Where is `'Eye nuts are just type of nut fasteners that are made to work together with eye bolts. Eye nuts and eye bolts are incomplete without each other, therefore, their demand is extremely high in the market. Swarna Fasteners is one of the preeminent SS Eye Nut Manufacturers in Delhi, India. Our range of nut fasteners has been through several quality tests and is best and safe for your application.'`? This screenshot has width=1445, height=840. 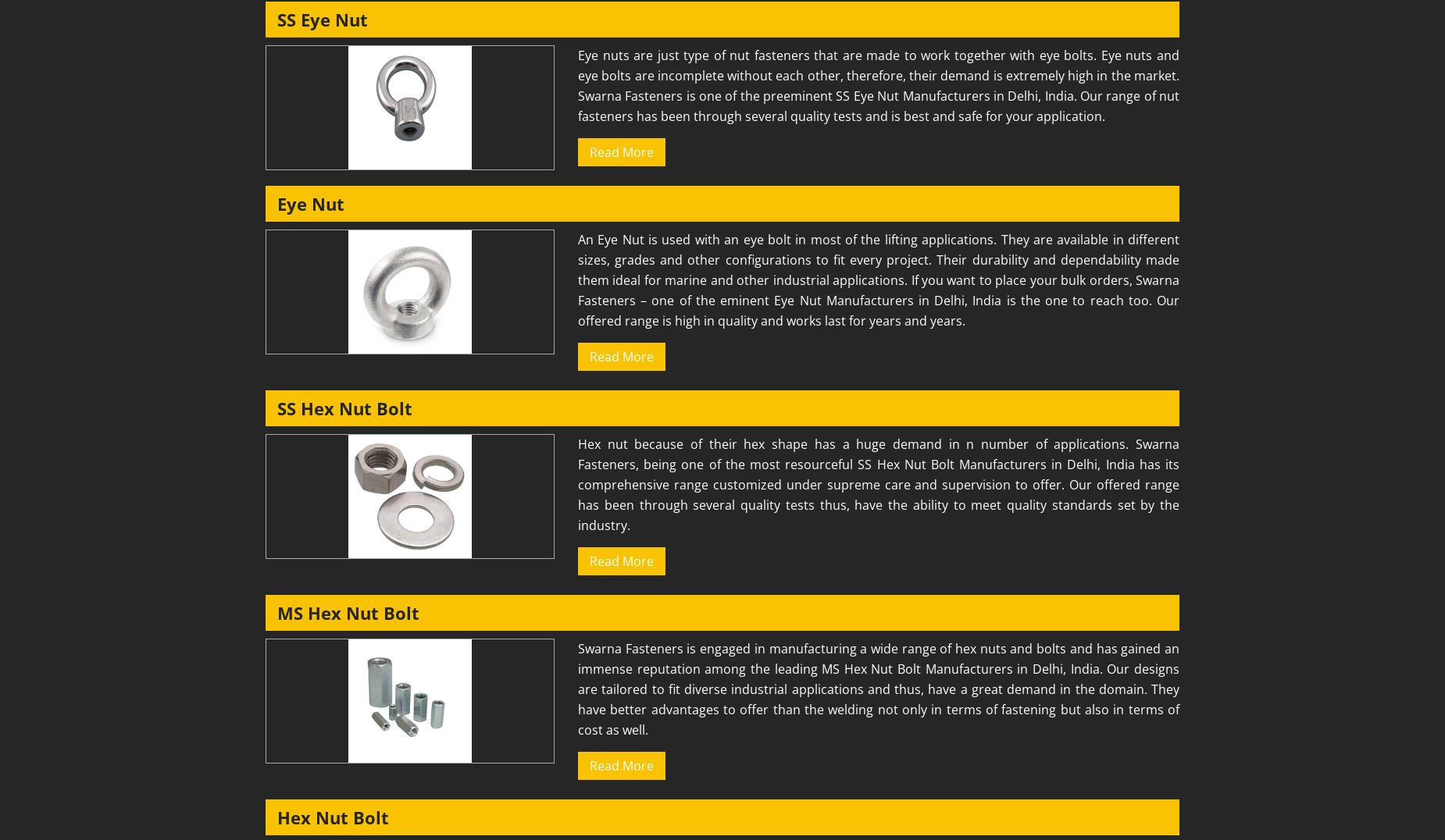
'Eye nuts are just type of nut fasteners that are made to work together with eye bolts. Eye nuts and eye bolts are incomplete without each other, therefore, their demand is extremely high in the market. Swarna Fasteners is one of the preeminent SS Eye Nut Manufacturers in Delhi, India. Our range of nut fasteners has been through several quality tests and is best and safe for your application.' is located at coordinates (877, 84).